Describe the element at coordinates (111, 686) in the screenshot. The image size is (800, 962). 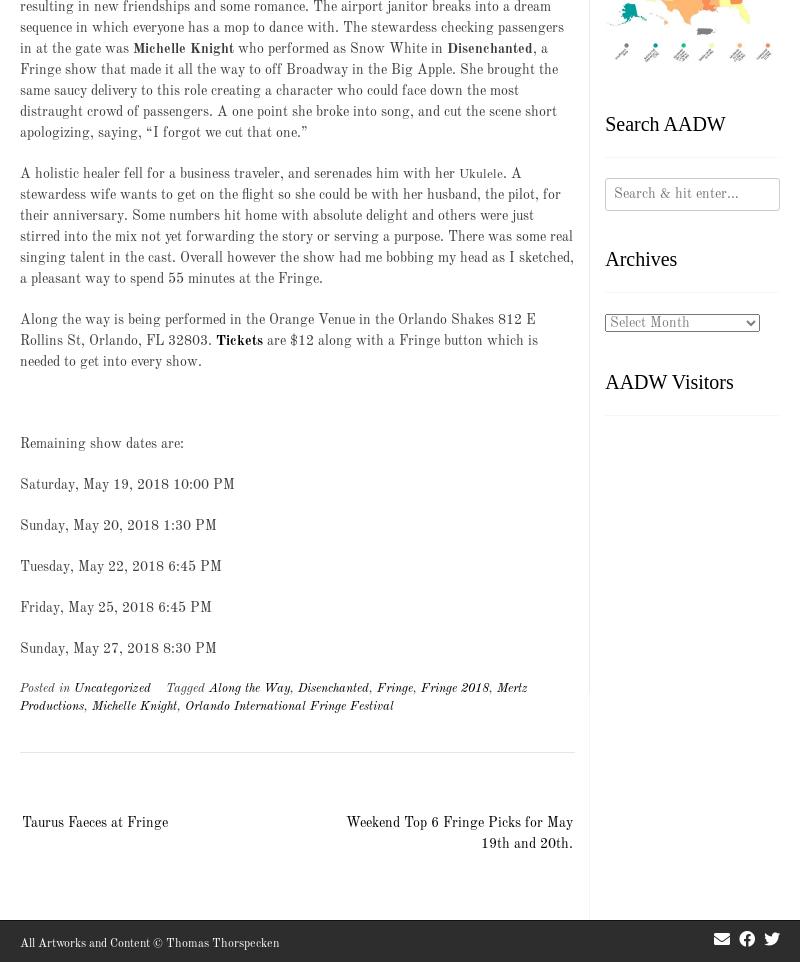
I see `'Uncategorized'` at that location.